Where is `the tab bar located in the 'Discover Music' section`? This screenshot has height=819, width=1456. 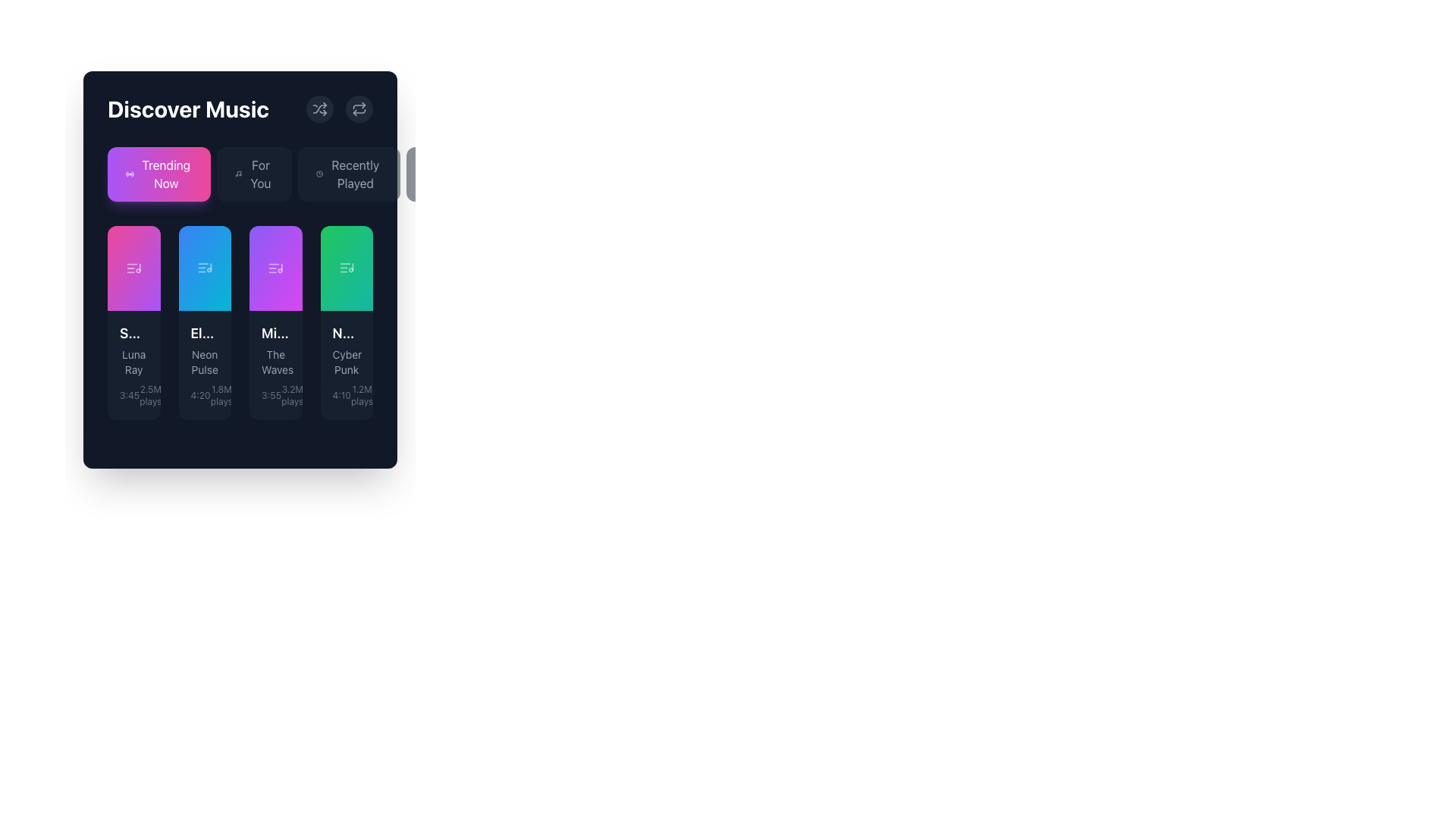 the tab bar located in the 'Discover Music' section is located at coordinates (239, 174).